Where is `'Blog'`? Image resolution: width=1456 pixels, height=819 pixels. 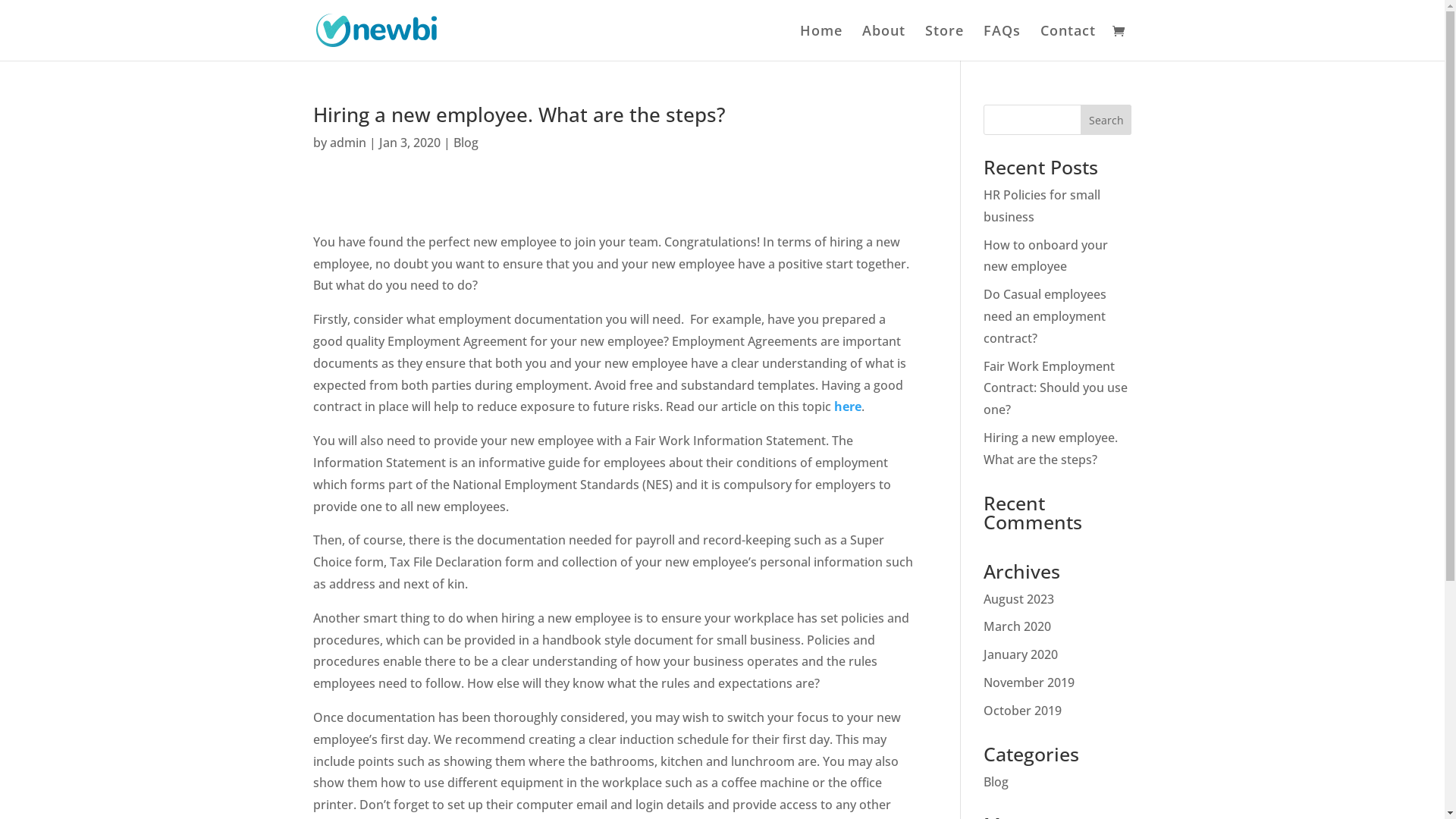
'Blog' is located at coordinates (465, 143).